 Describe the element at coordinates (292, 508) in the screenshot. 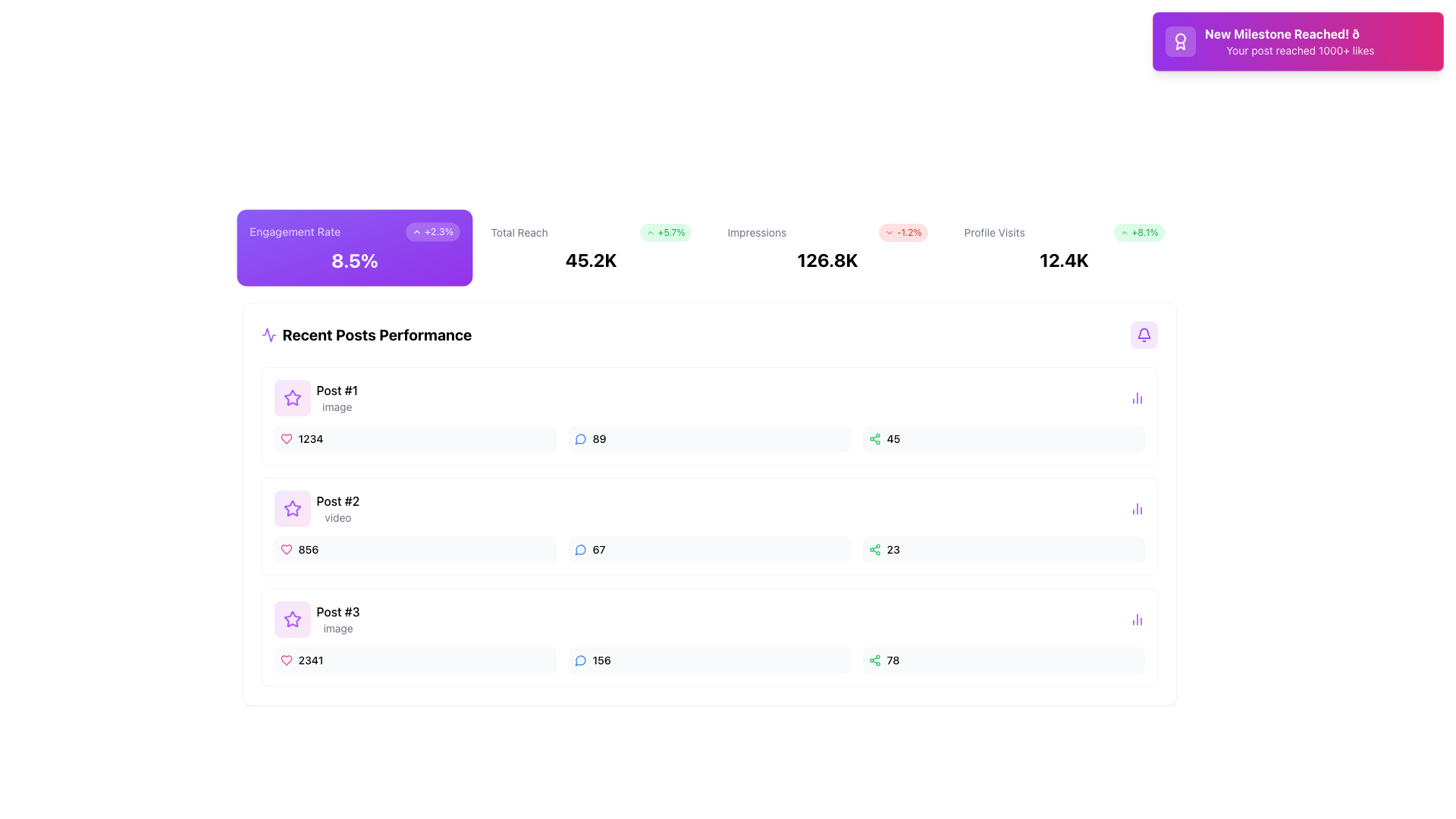

I see `the decorative icon indicating featured or favorite status for 'Post #1' in the 'Recent Posts Performance' box` at that location.